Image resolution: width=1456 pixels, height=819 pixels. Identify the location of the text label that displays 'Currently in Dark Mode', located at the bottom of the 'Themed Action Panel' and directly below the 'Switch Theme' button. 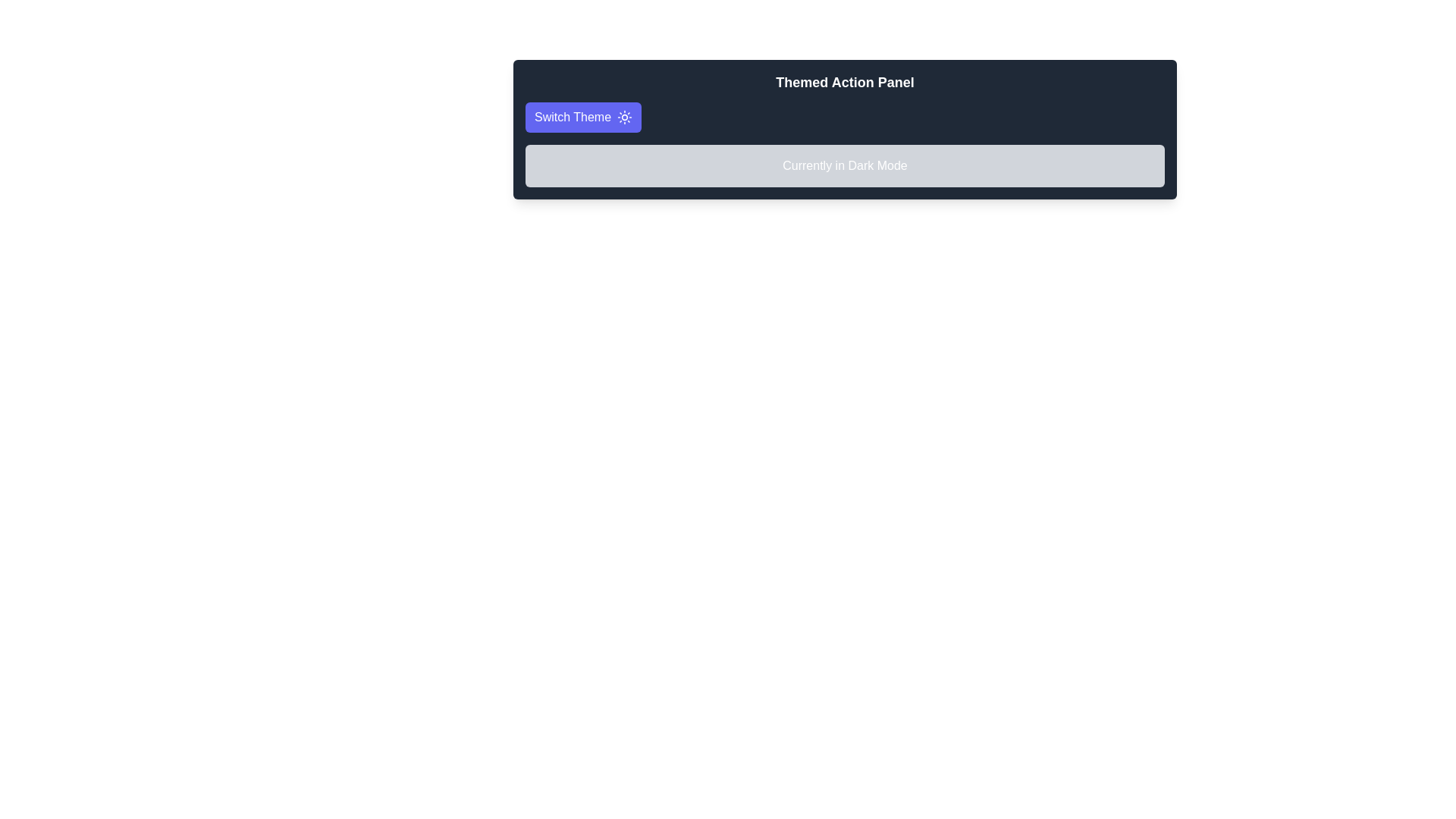
(844, 166).